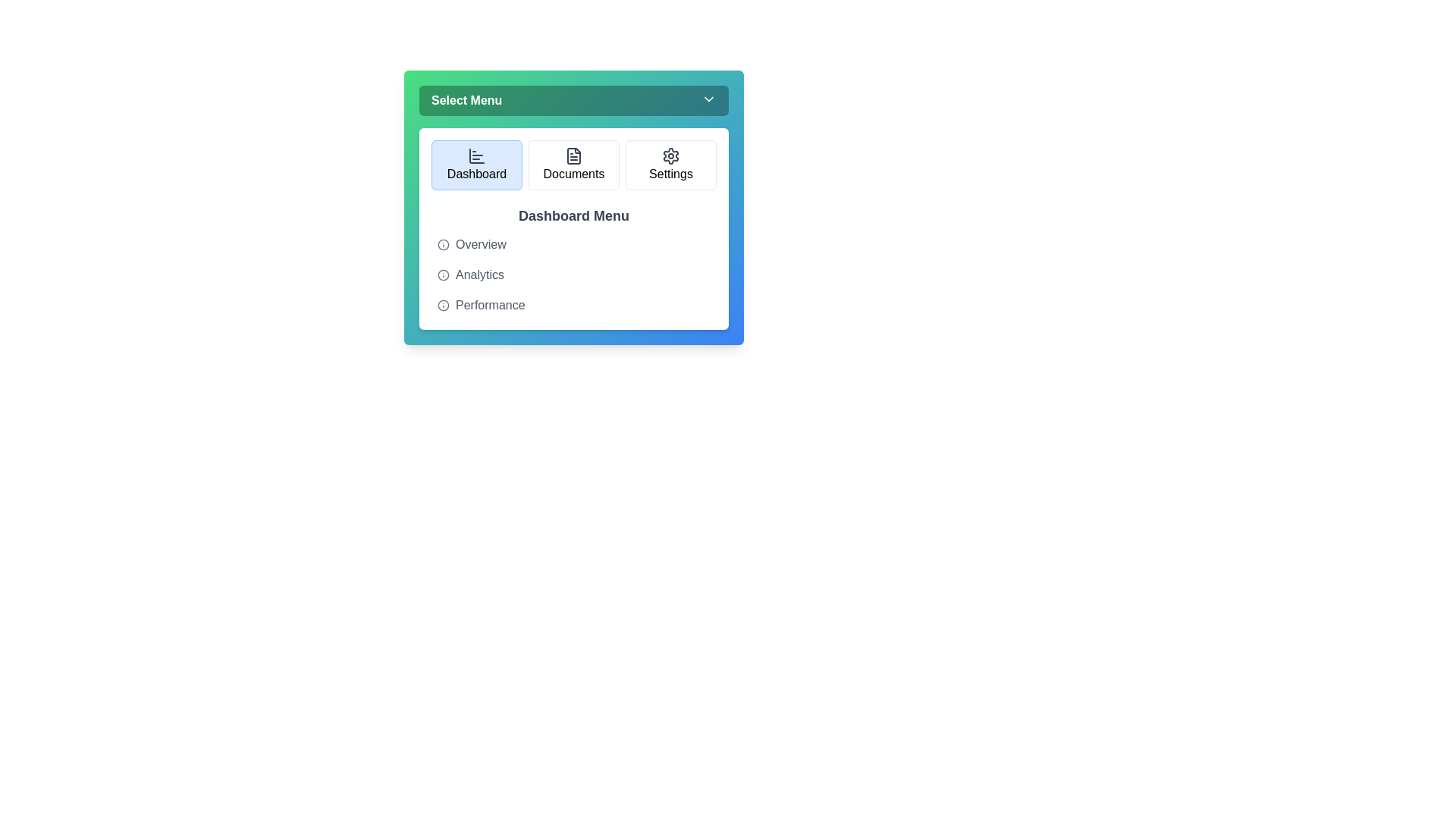 Image resolution: width=1456 pixels, height=819 pixels. Describe the element at coordinates (443, 305) in the screenshot. I see `the small circular button-like icon with an information symbol inside, located in the 'Performance' section, for additional information` at that location.